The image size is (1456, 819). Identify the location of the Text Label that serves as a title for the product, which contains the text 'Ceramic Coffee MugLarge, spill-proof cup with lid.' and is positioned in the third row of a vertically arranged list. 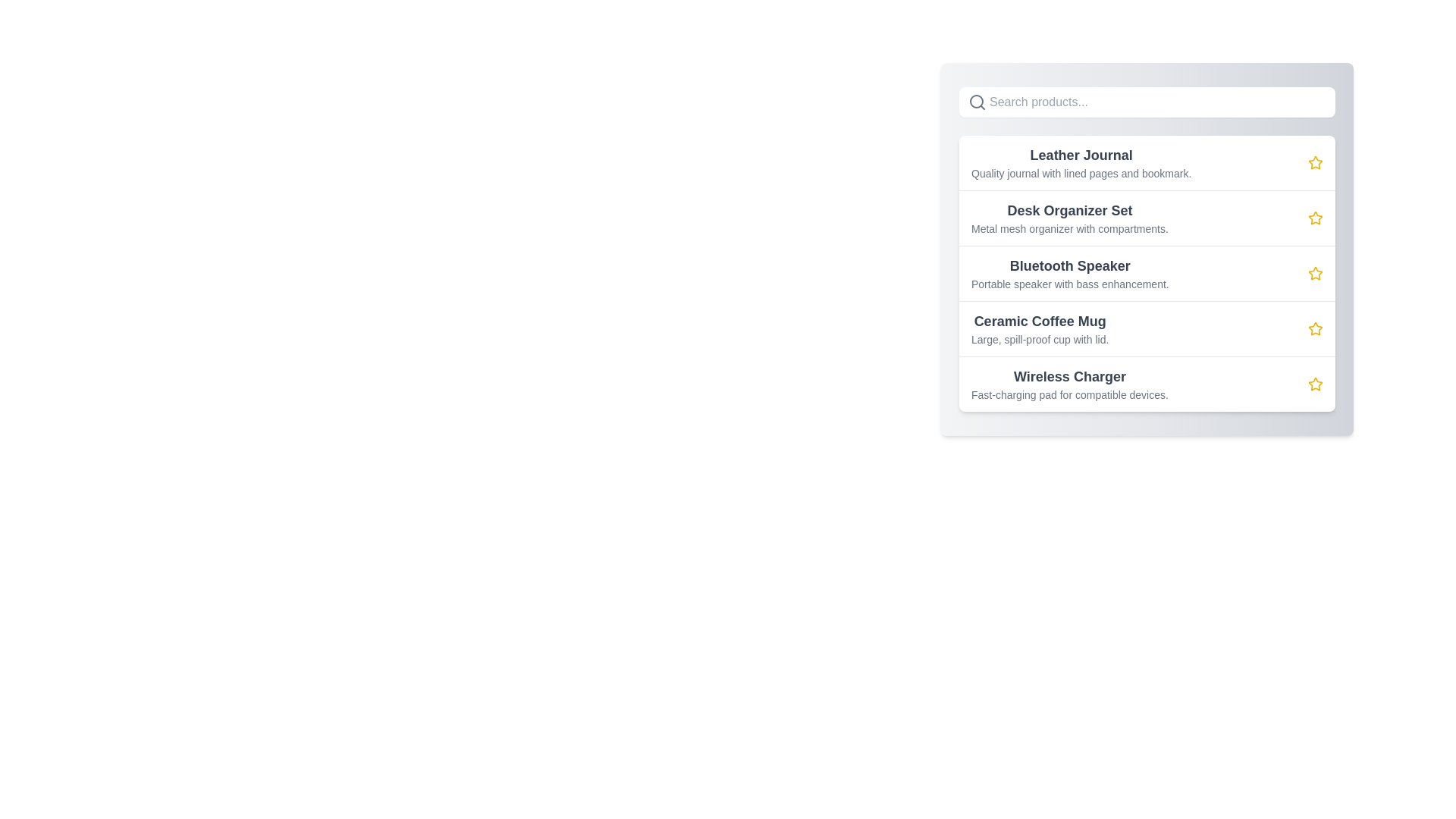
(1039, 321).